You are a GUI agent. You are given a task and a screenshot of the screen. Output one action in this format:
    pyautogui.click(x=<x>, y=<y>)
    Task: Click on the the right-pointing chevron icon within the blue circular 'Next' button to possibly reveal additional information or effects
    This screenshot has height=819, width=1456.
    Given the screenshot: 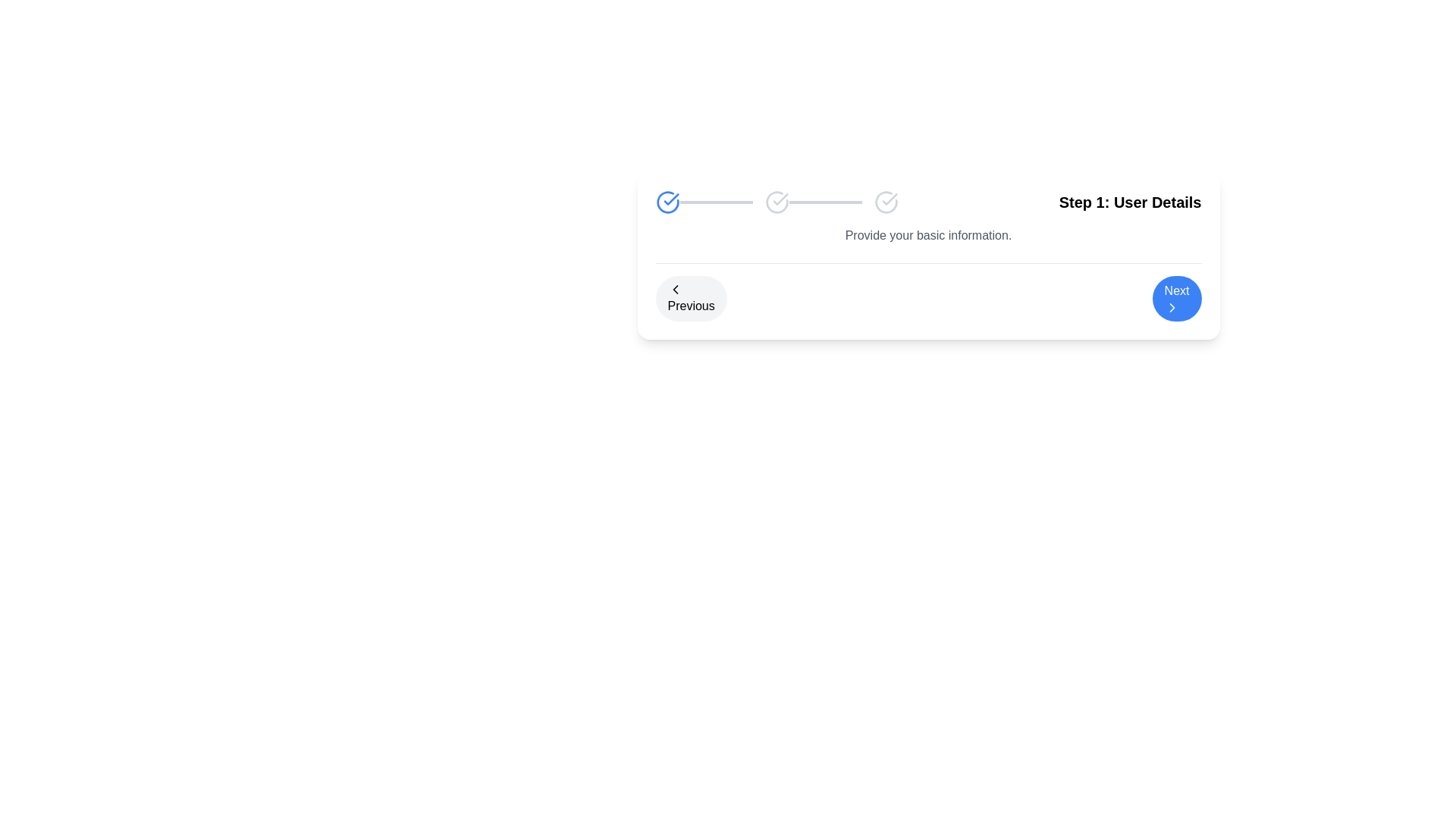 What is the action you would take?
    pyautogui.click(x=1171, y=307)
    